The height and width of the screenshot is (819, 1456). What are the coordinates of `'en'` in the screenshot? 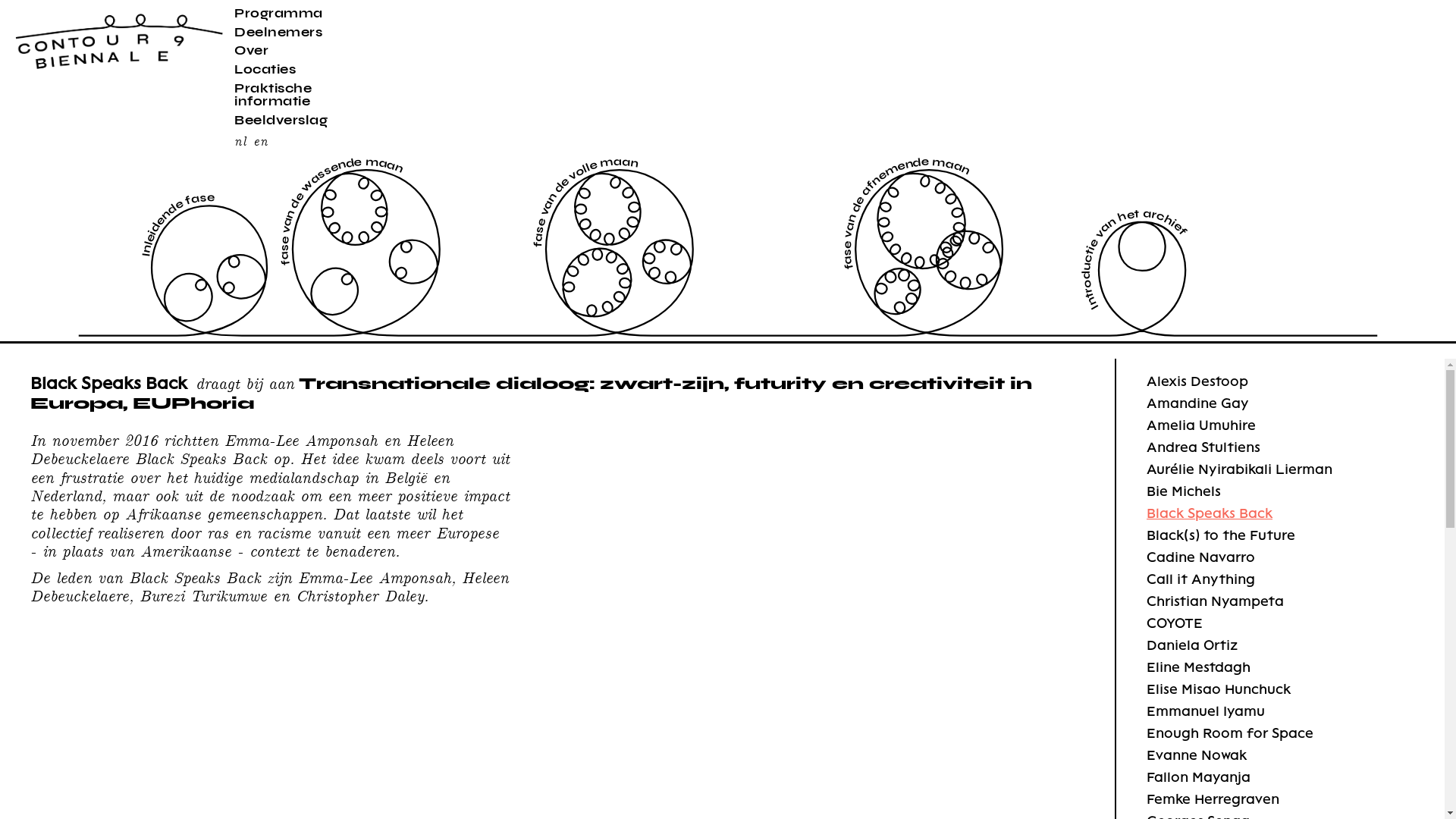 It's located at (260, 140).